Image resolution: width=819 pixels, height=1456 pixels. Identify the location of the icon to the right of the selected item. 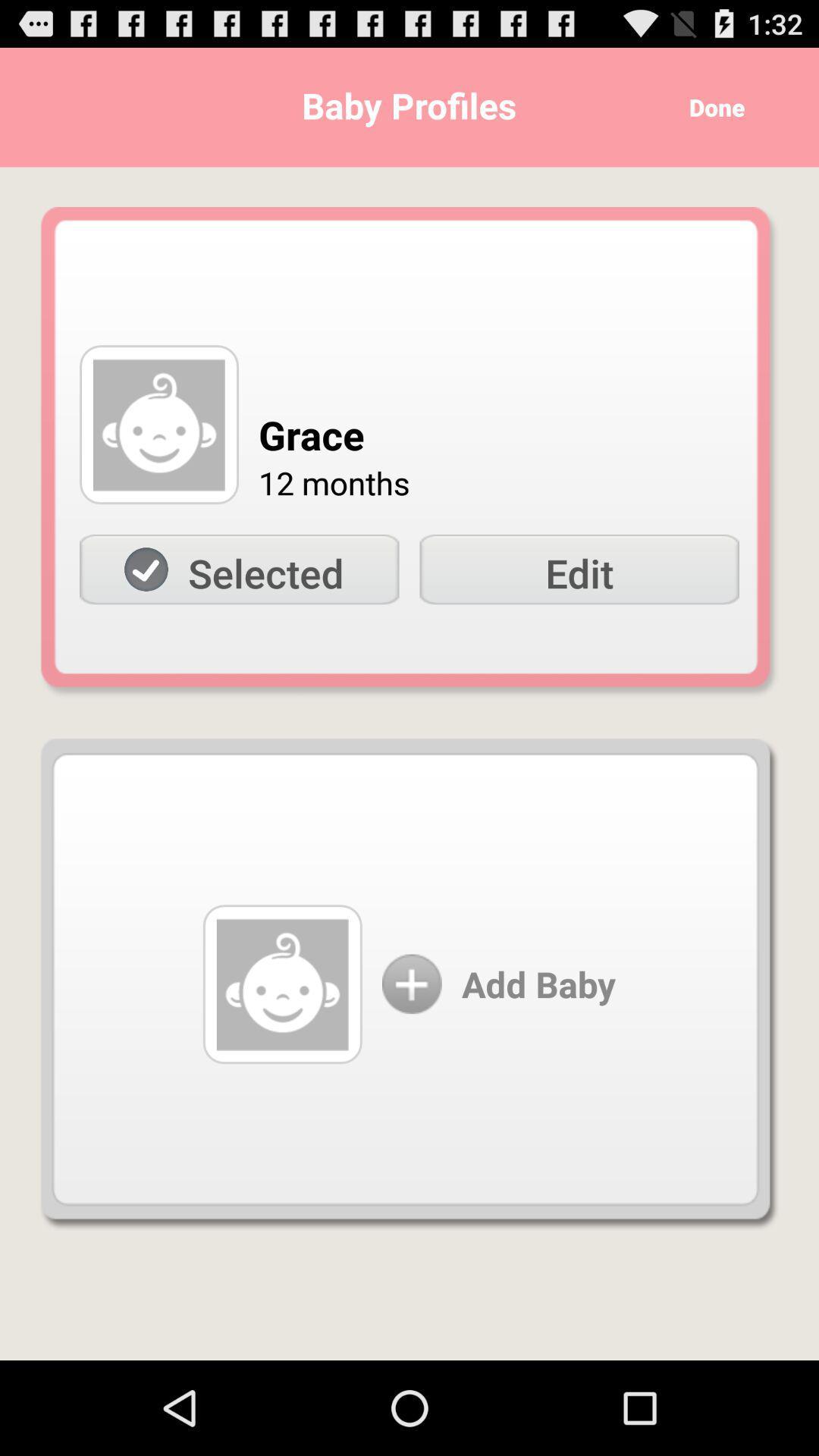
(579, 569).